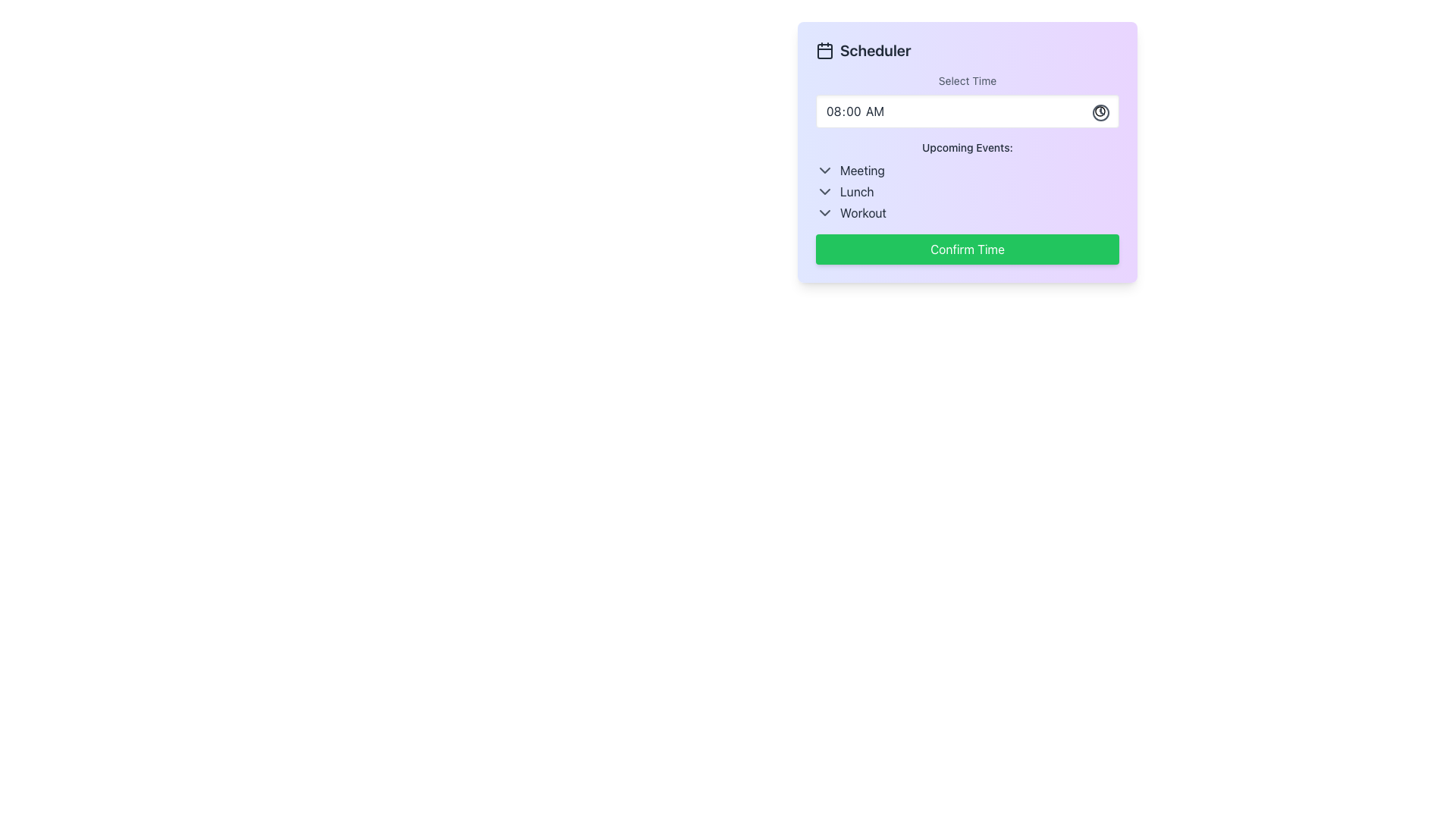  I want to click on the static text label that serves as a title or header for the upcoming events list, located at the upper section of the panel, so click(967, 148).